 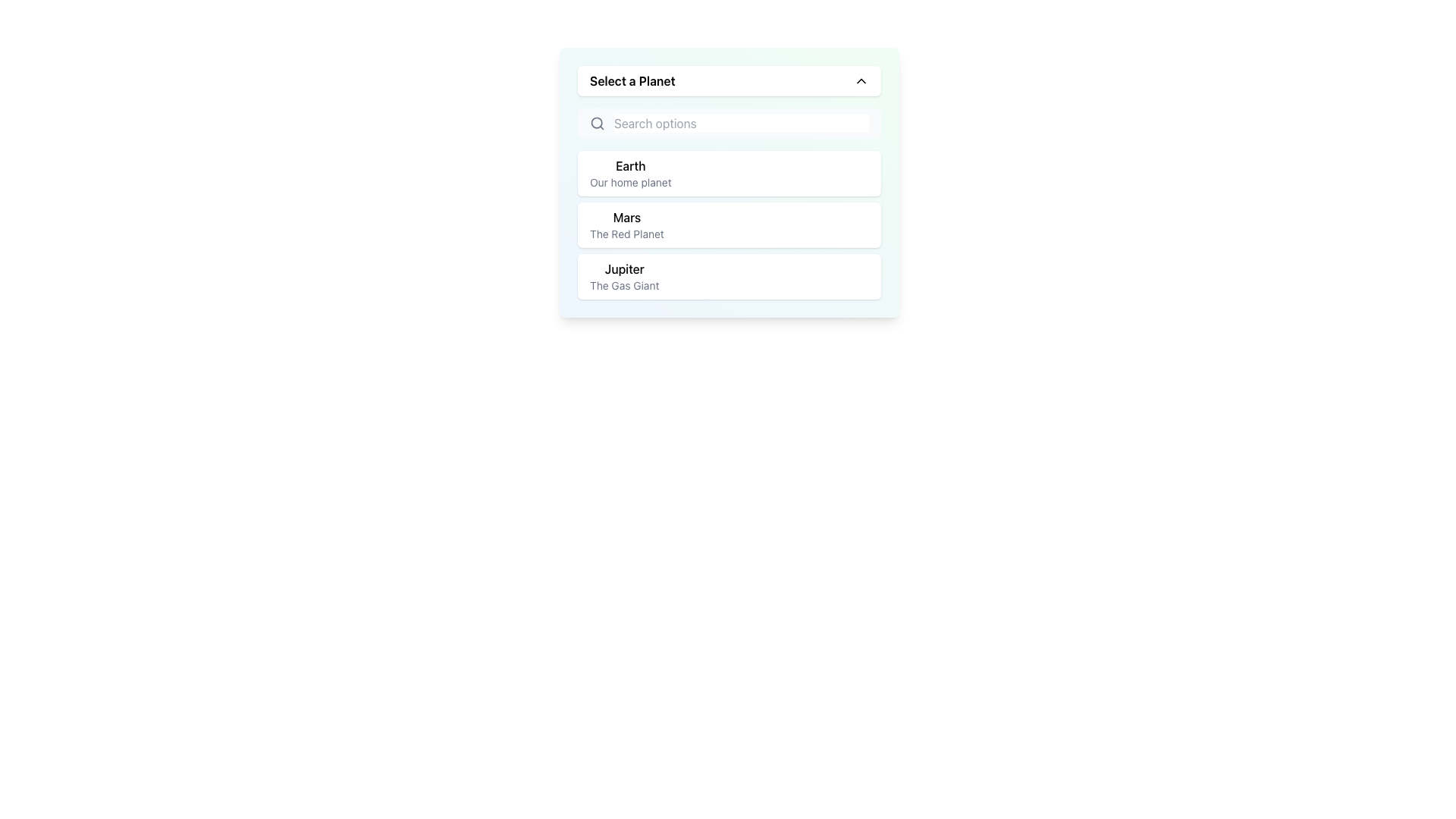 I want to click on the static text label that instructs the user to select an option from the dropdown, which is located in the top section of the dropdown interface, left-aligned to the expandability arrow icon, so click(x=632, y=81).